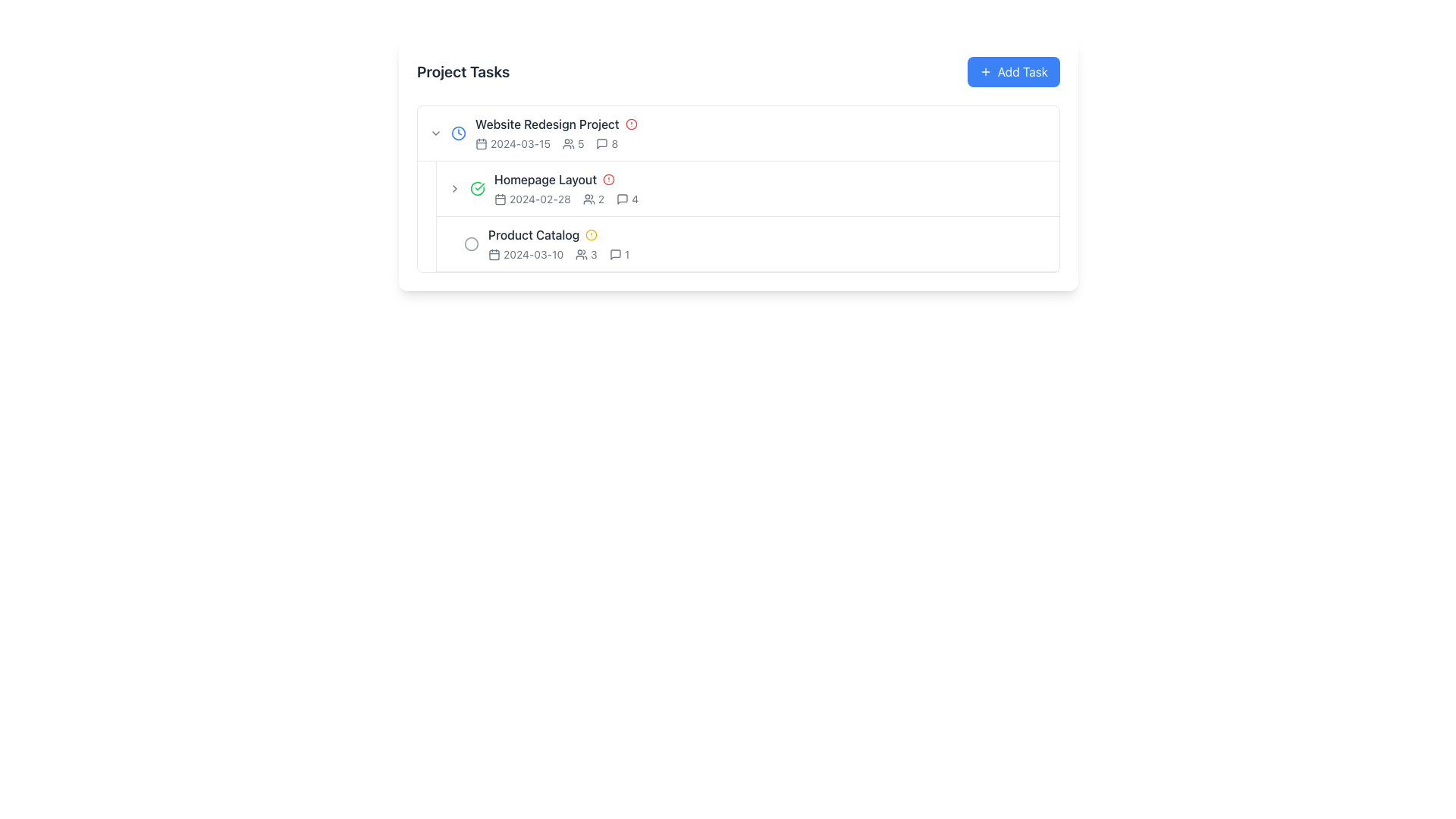  I want to click on the numeral '1' displayed in the comment statistics section, located immediately to the right of the speech bubble icon in the 'Product Catalog' item row, so click(626, 253).